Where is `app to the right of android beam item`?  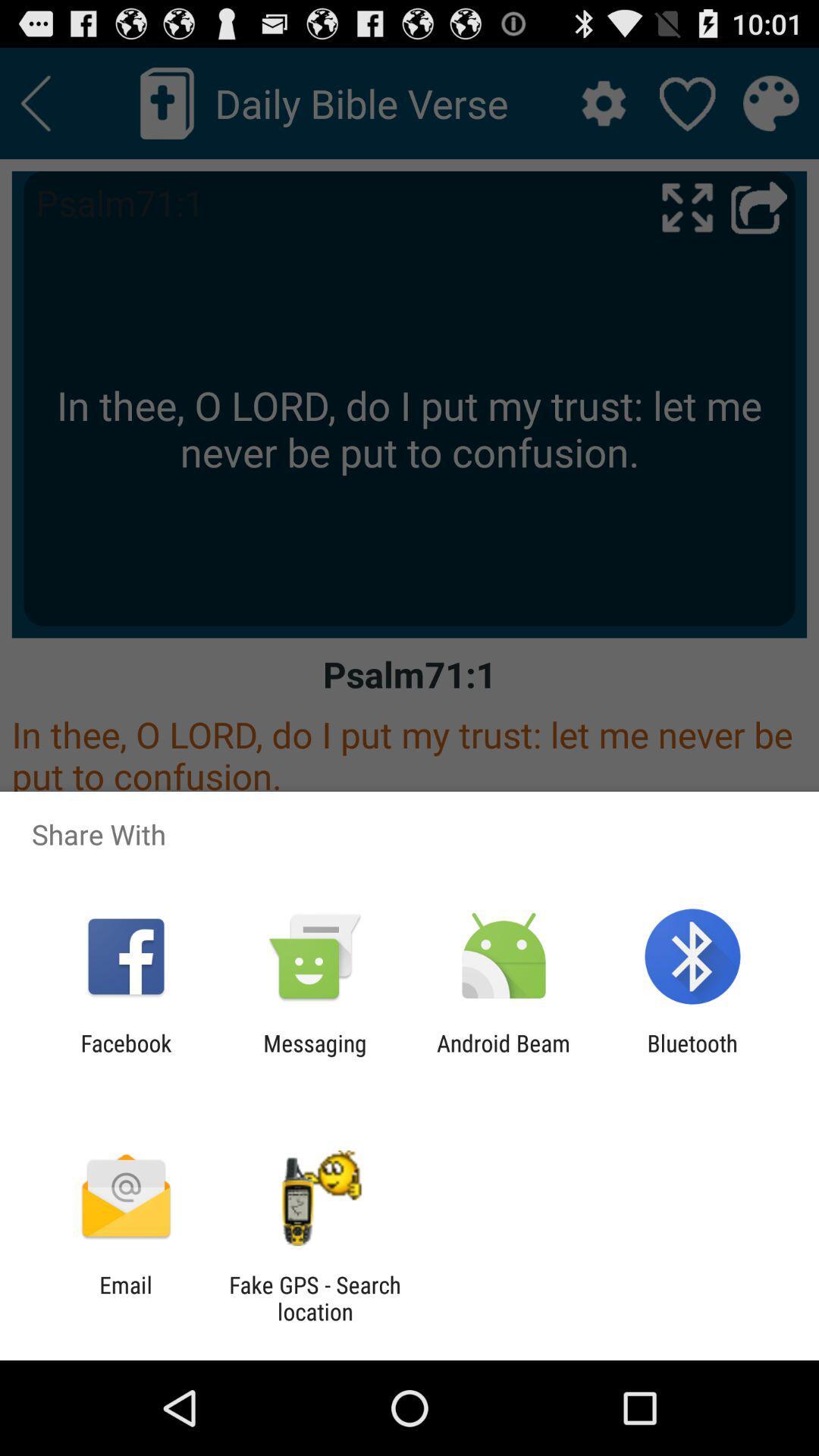 app to the right of android beam item is located at coordinates (692, 1056).